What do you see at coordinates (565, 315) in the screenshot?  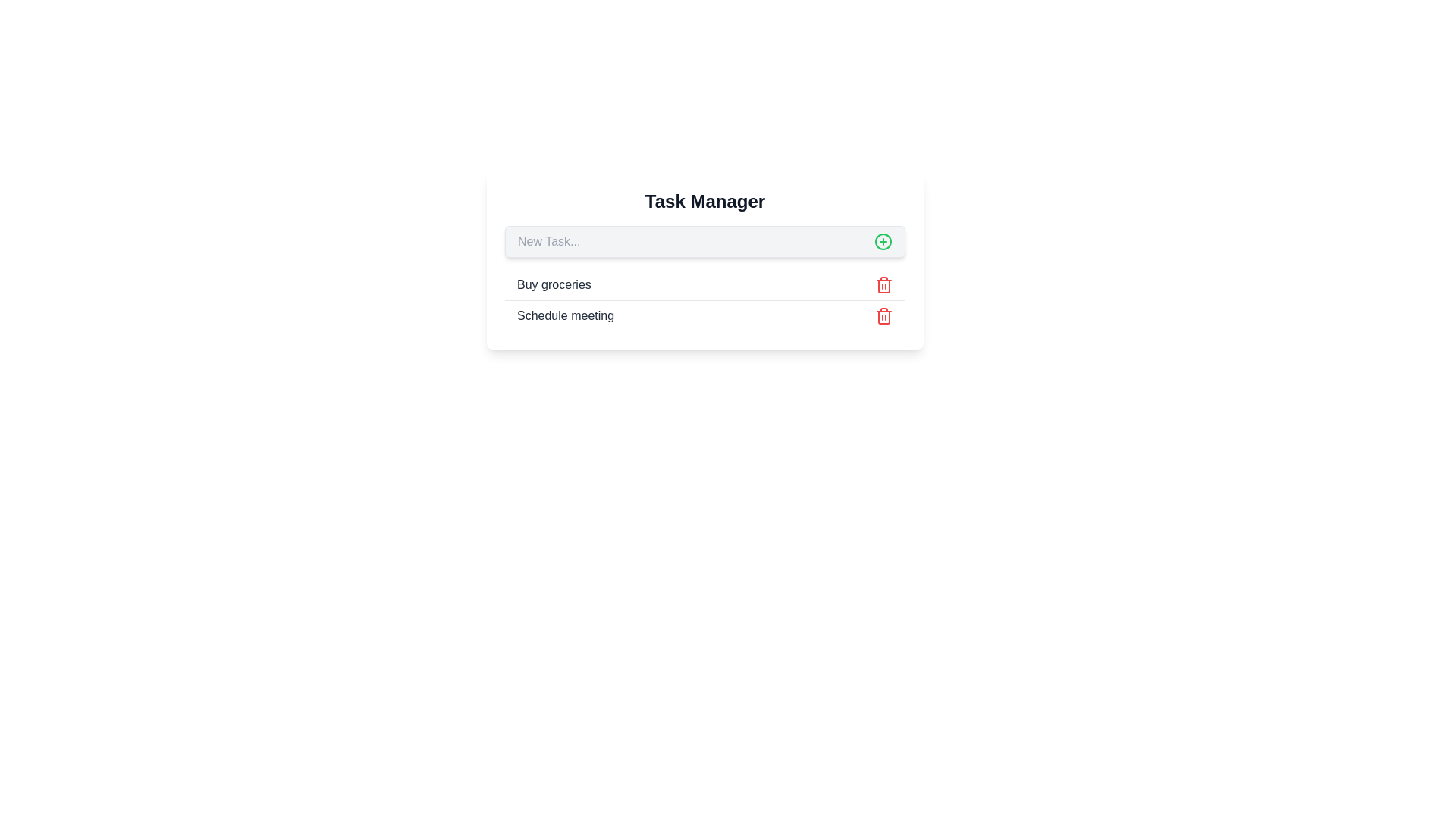 I see `static text element that displays 'Schedule meeting' in medium gray color, located centrally in the second row of the task list` at bounding box center [565, 315].